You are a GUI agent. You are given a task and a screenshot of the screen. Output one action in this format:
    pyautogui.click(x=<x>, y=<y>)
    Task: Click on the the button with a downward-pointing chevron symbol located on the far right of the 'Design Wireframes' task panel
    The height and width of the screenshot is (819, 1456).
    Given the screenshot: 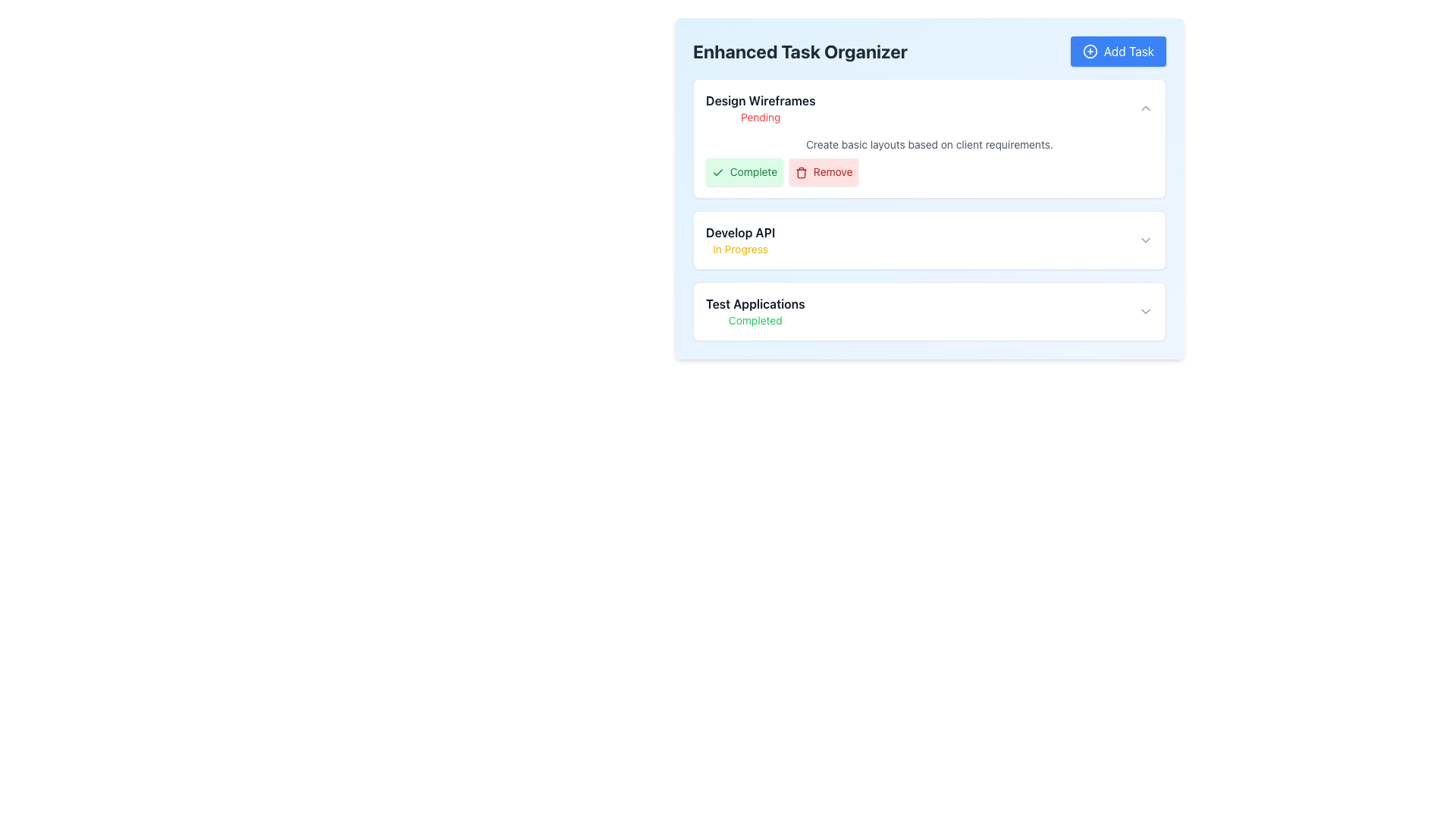 What is the action you would take?
    pyautogui.click(x=1146, y=107)
    